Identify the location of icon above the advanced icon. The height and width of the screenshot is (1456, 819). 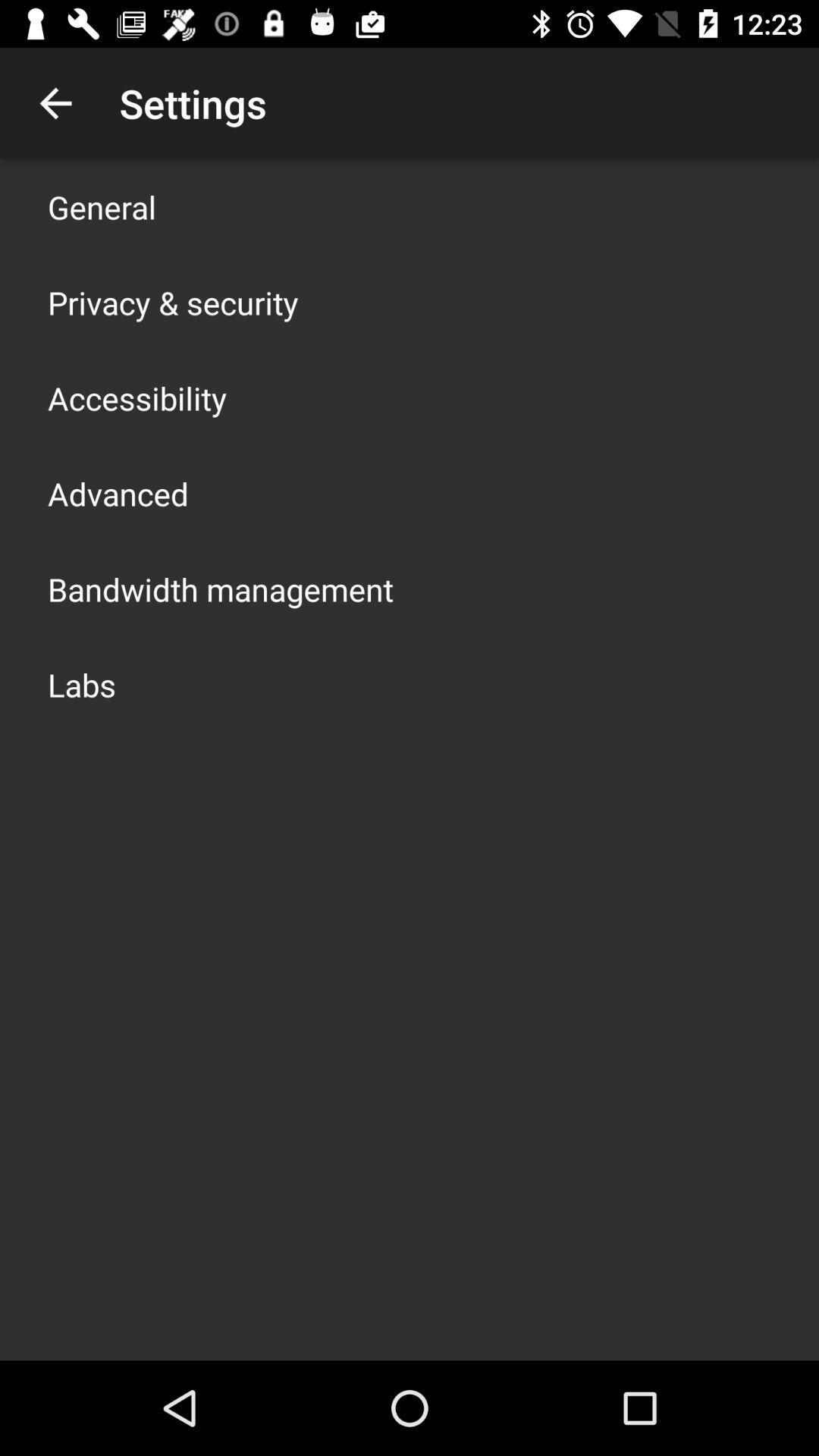
(137, 397).